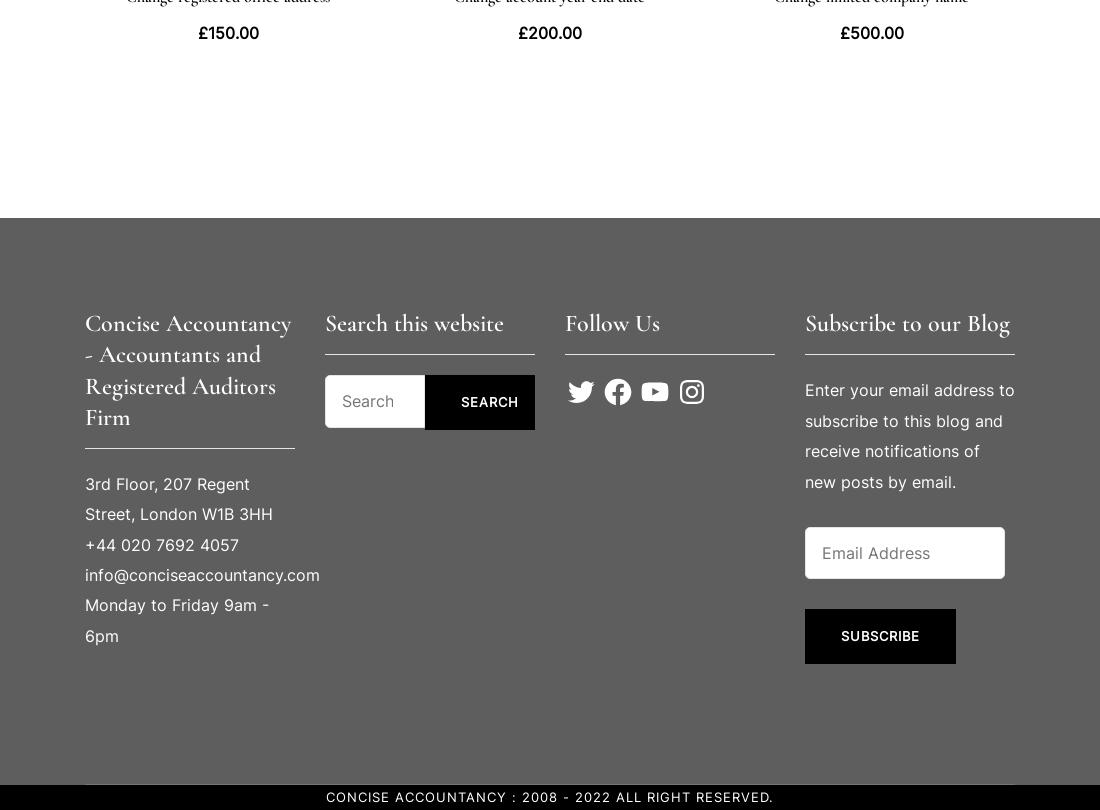 The width and height of the screenshot is (1100, 810). What do you see at coordinates (879, 635) in the screenshot?
I see `'Subscribe'` at bounding box center [879, 635].